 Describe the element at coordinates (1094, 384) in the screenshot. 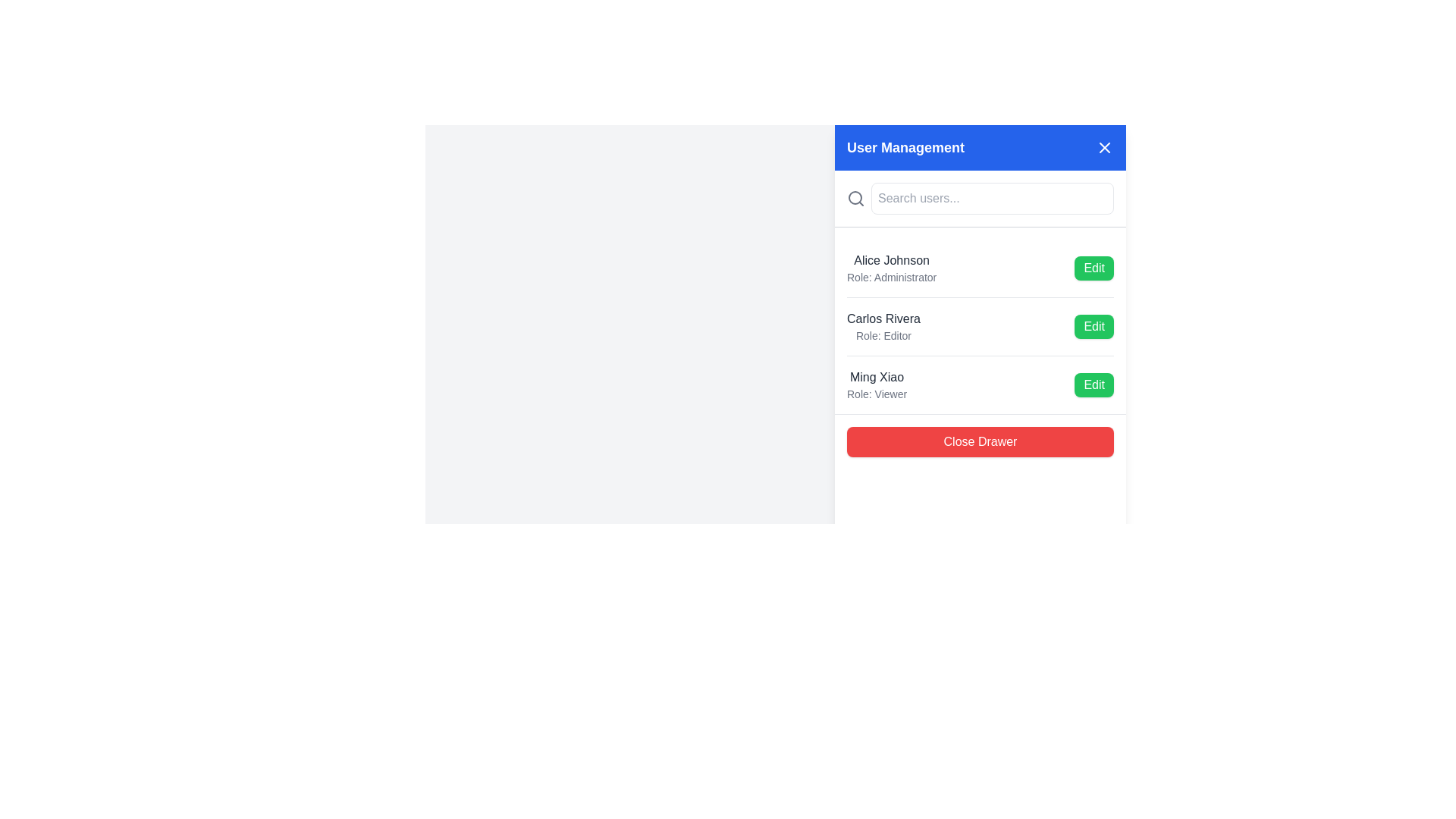

I see `the 'Edit' button with a green background located to the right of 'Ming Xiao' in the User Management section to initiate editing` at that location.